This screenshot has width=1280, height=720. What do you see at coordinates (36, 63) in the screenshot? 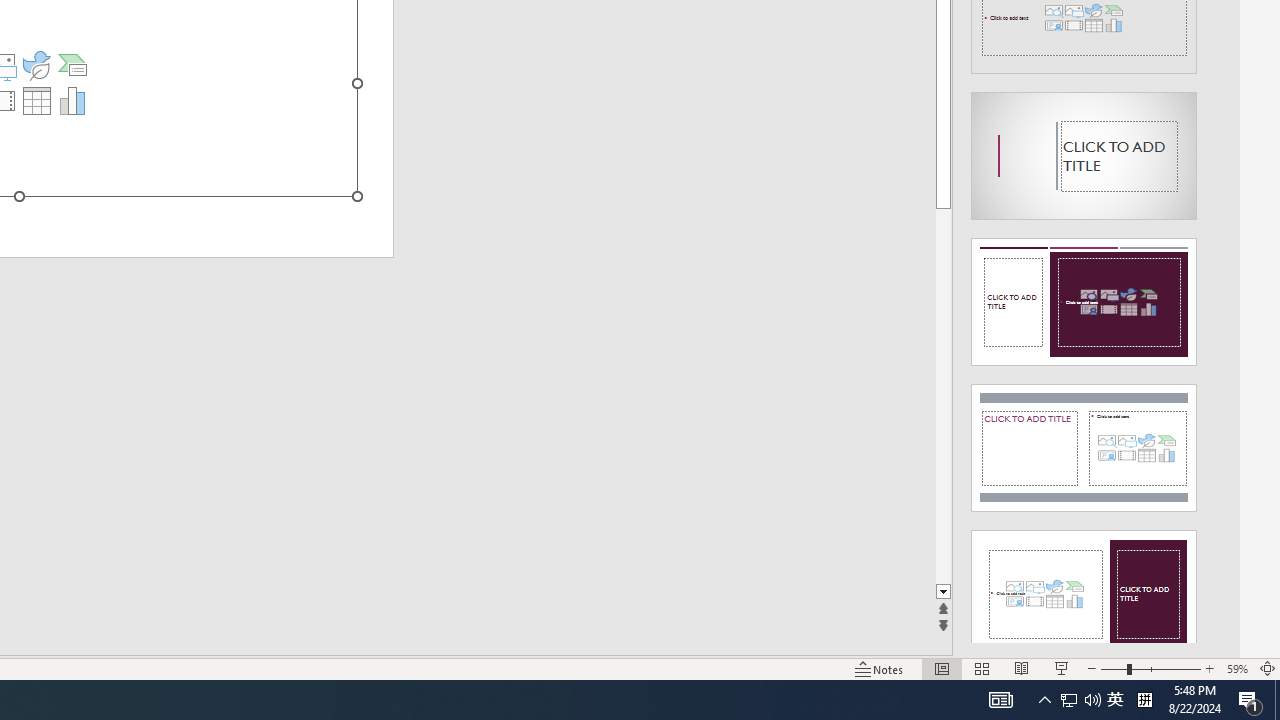
I see `'Insert an Icon'` at bounding box center [36, 63].